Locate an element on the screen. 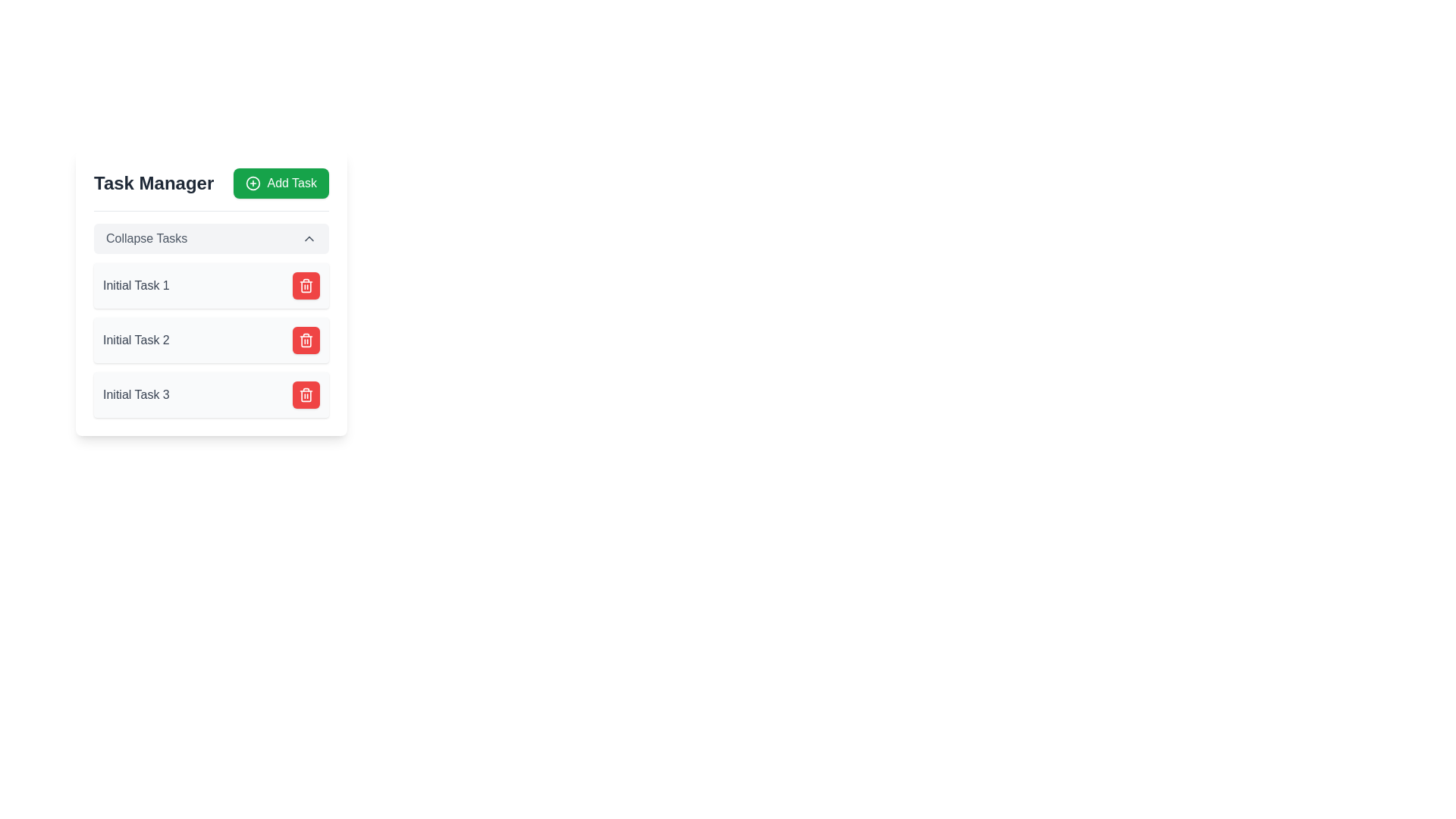  the collapsible toggle button for the task list located below the 'Task Manager' title to provide visual feedback is located at coordinates (210, 239).